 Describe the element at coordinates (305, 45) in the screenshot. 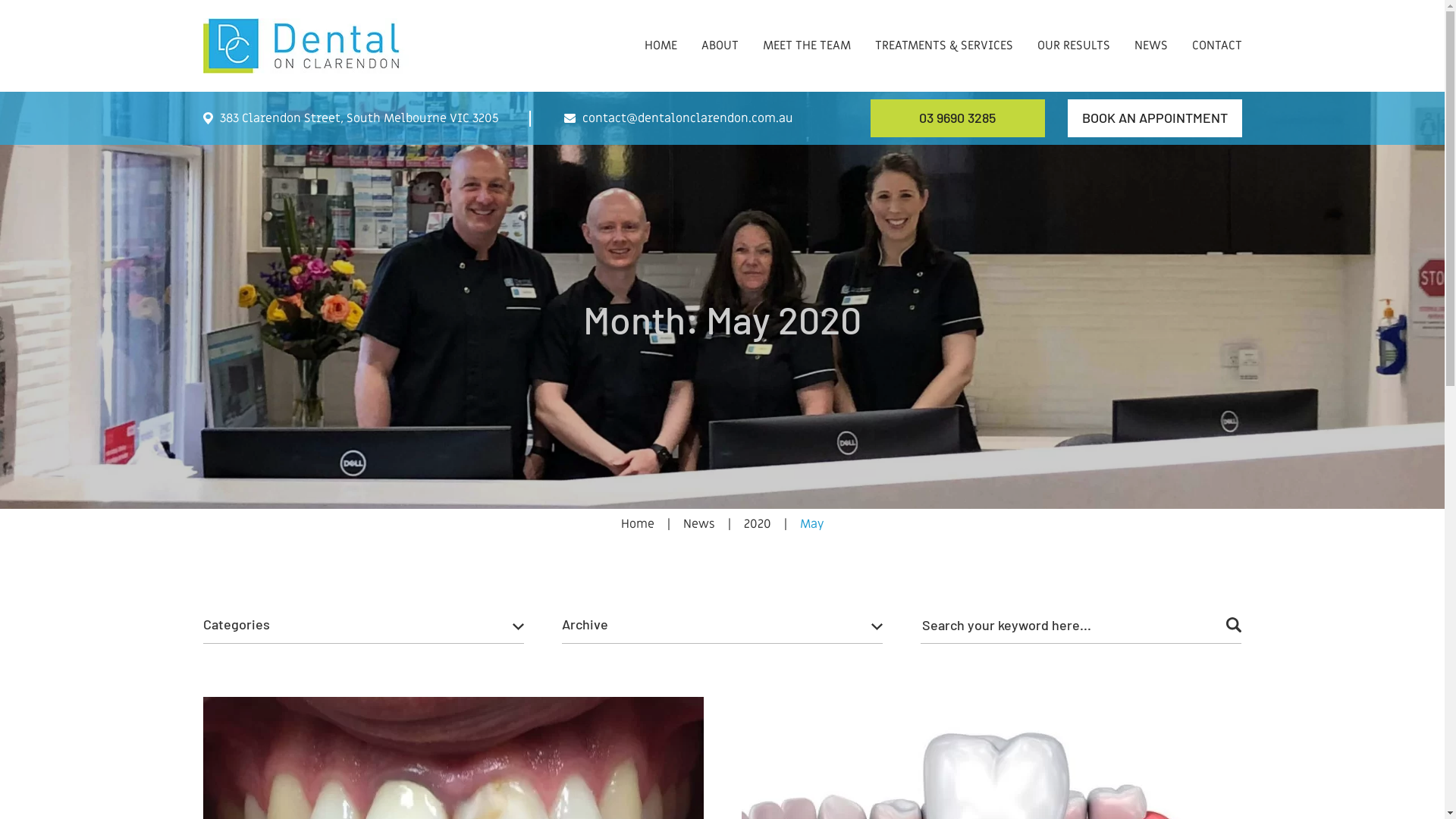

I see `'Dental on Clarendon'` at that location.